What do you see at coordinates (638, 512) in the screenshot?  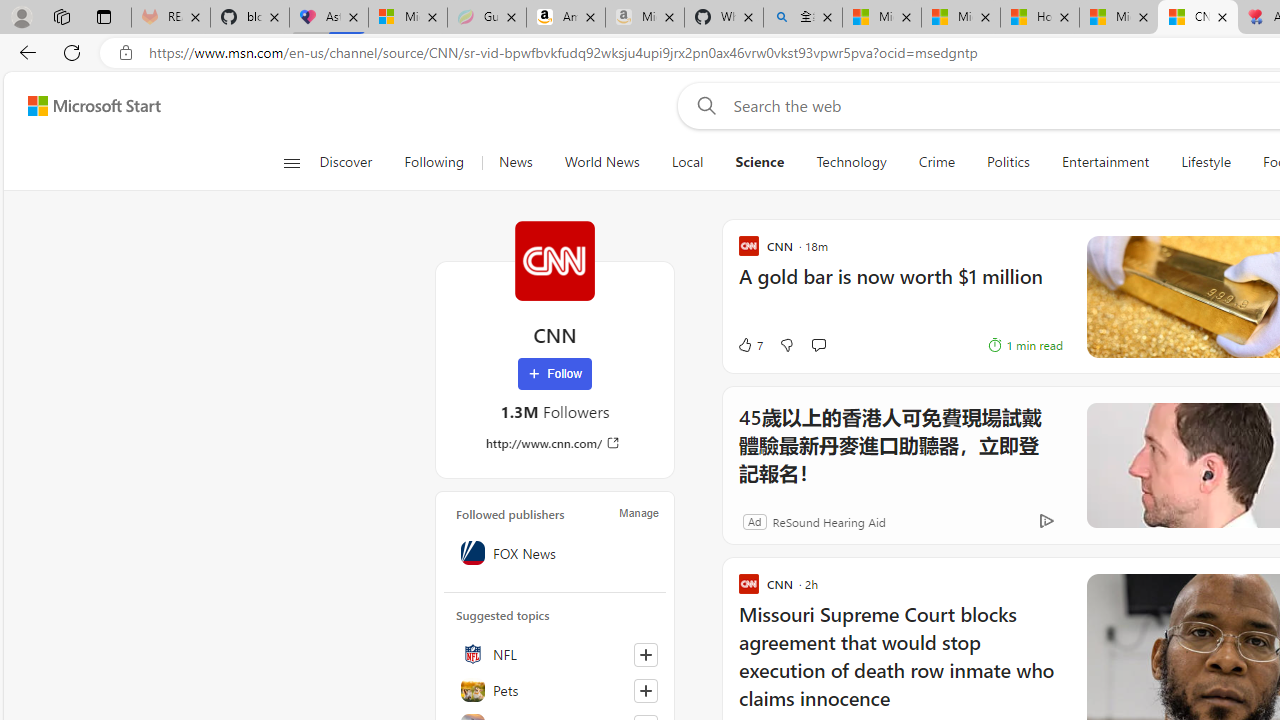 I see `'Manage'` at bounding box center [638, 512].